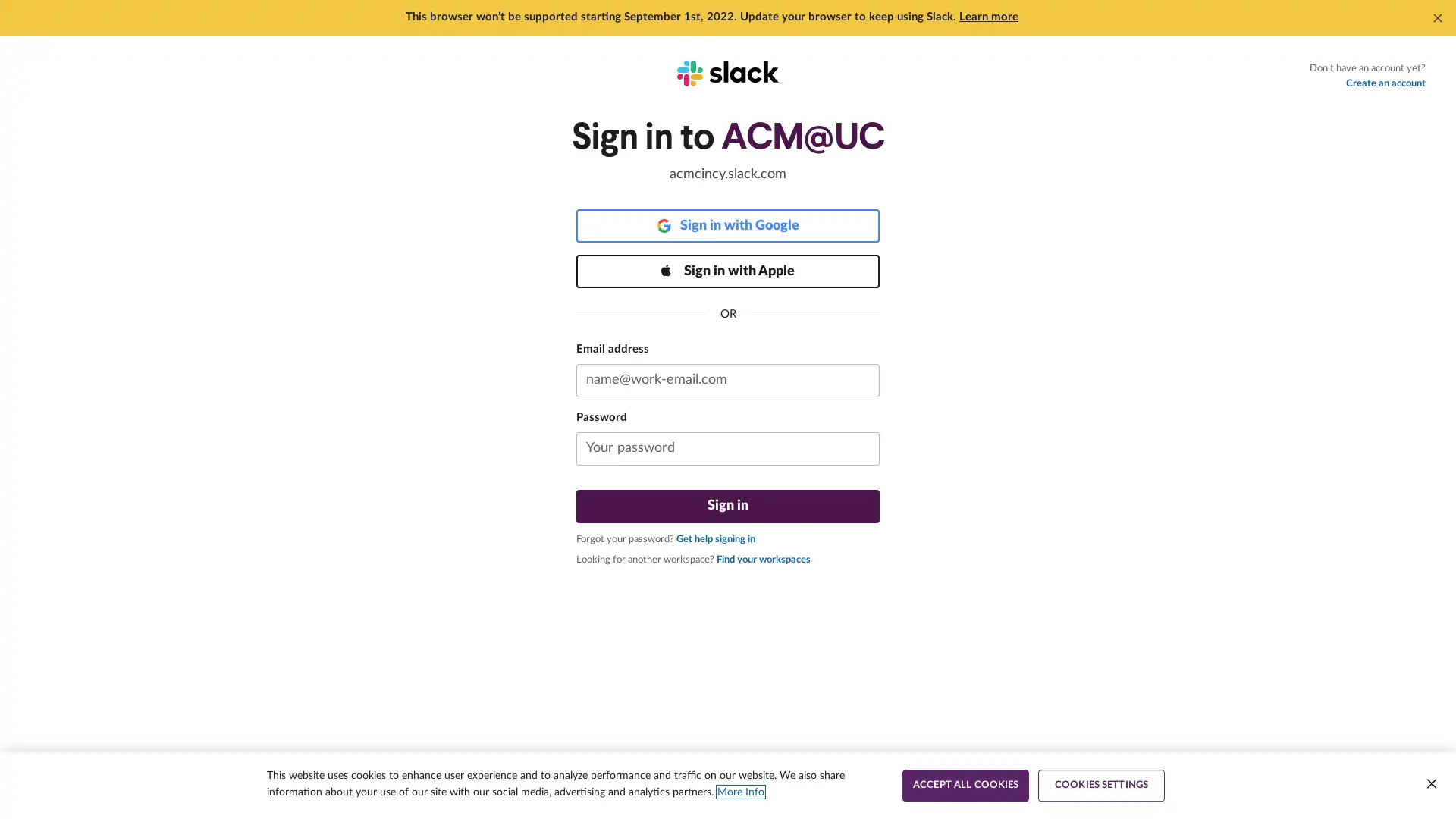 This screenshot has height=819, width=1456. What do you see at coordinates (728, 225) in the screenshot?
I see `Sign in with Google` at bounding box center [728, 225].